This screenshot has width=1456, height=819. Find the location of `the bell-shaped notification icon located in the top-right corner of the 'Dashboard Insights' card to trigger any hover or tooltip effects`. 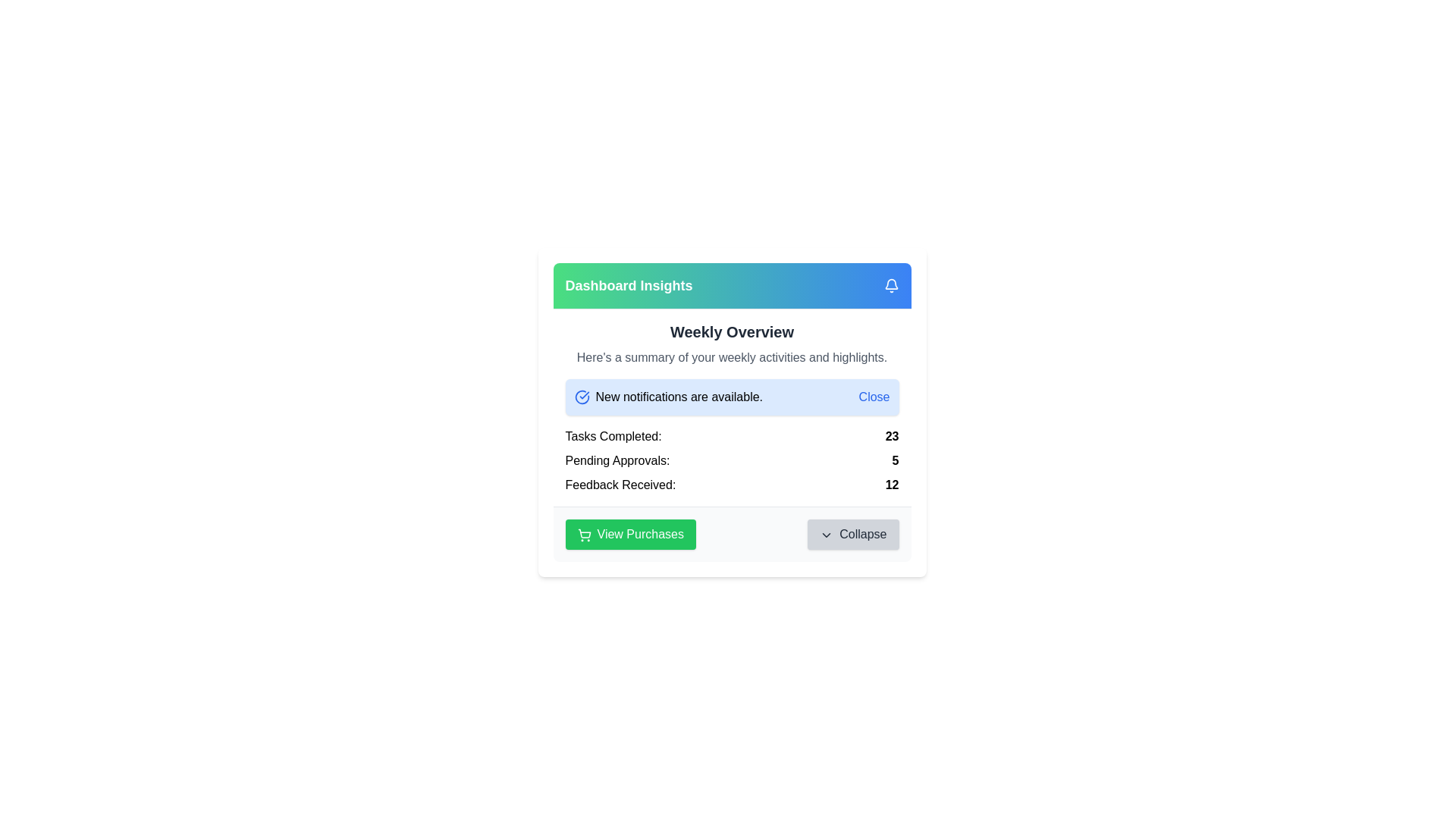

the bell-shaped notification icon located in the top-right corner of the 'Dashboard Insights' card to trigger any hover or tooltip effects is located at coordinates (891, 284).